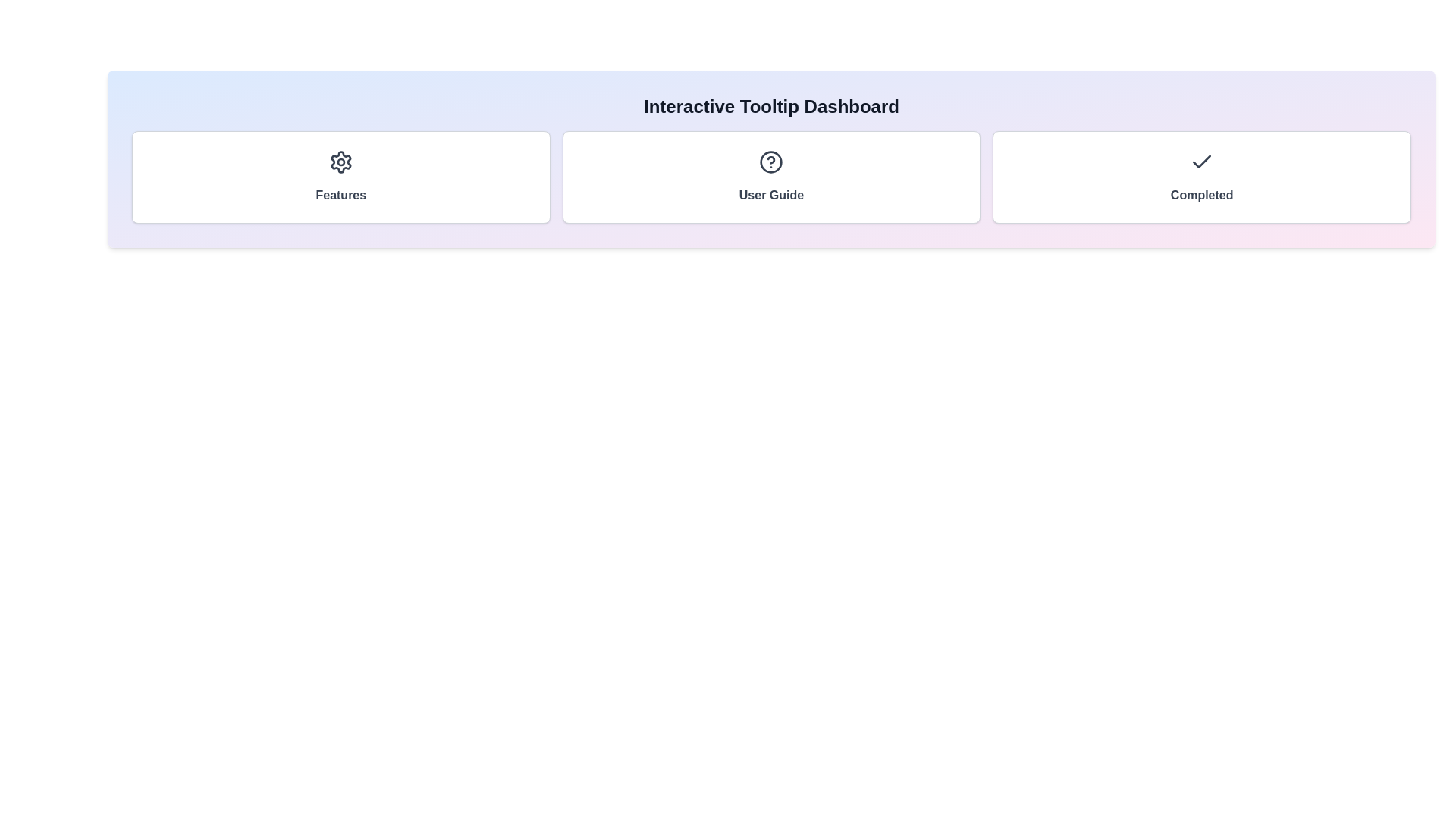 This screenshot has width=1456, height=819. Describe the element at coordinates (771, 162) in the screenshot. I see `the circular question mark icon that is centrally located above the 'User Guide' text label` at that location.